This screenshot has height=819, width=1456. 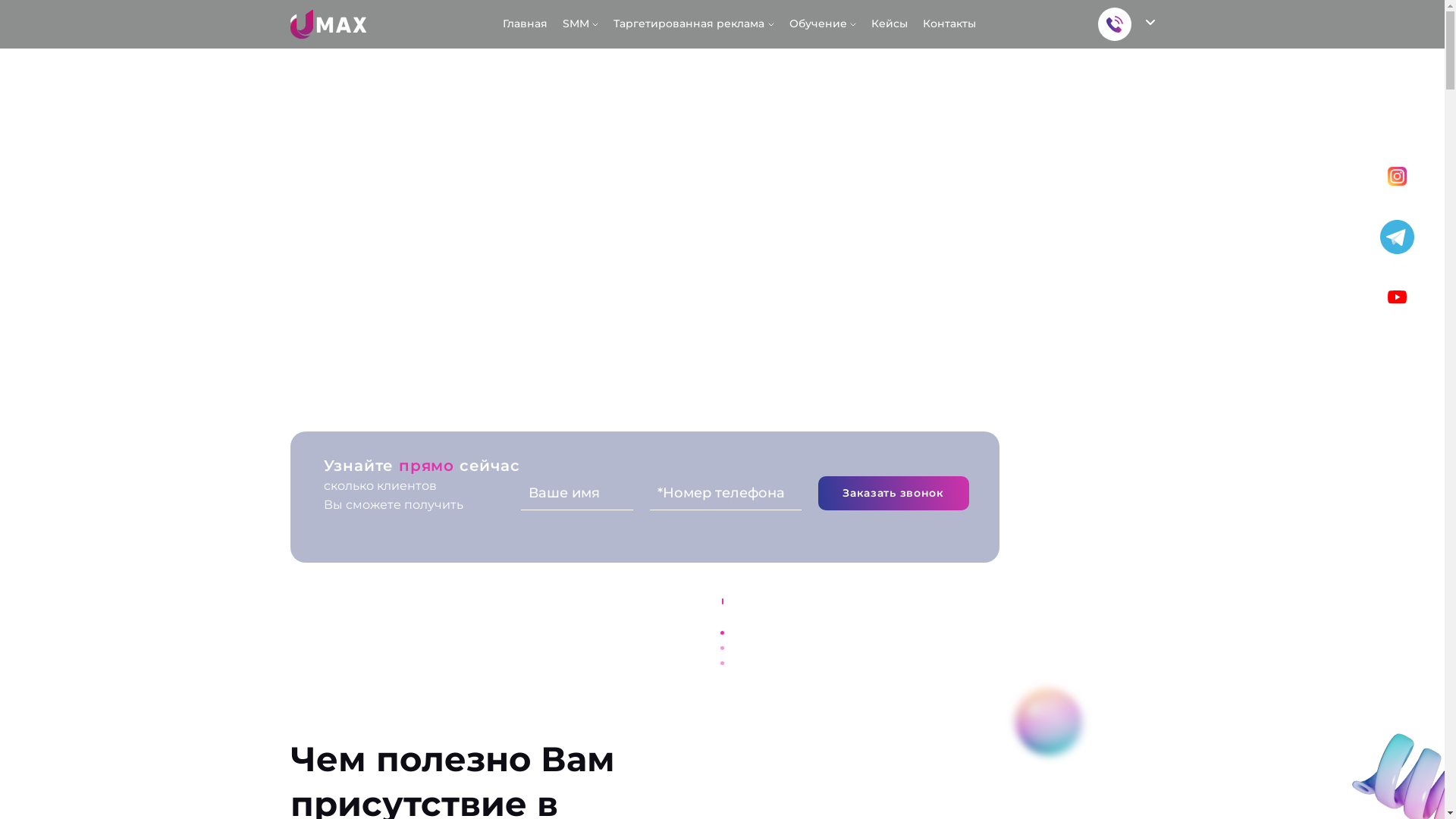 What do you see at coordinates (579, 24) in the screenshot?
I see `'SMM'` at bounding box center [579, 24].